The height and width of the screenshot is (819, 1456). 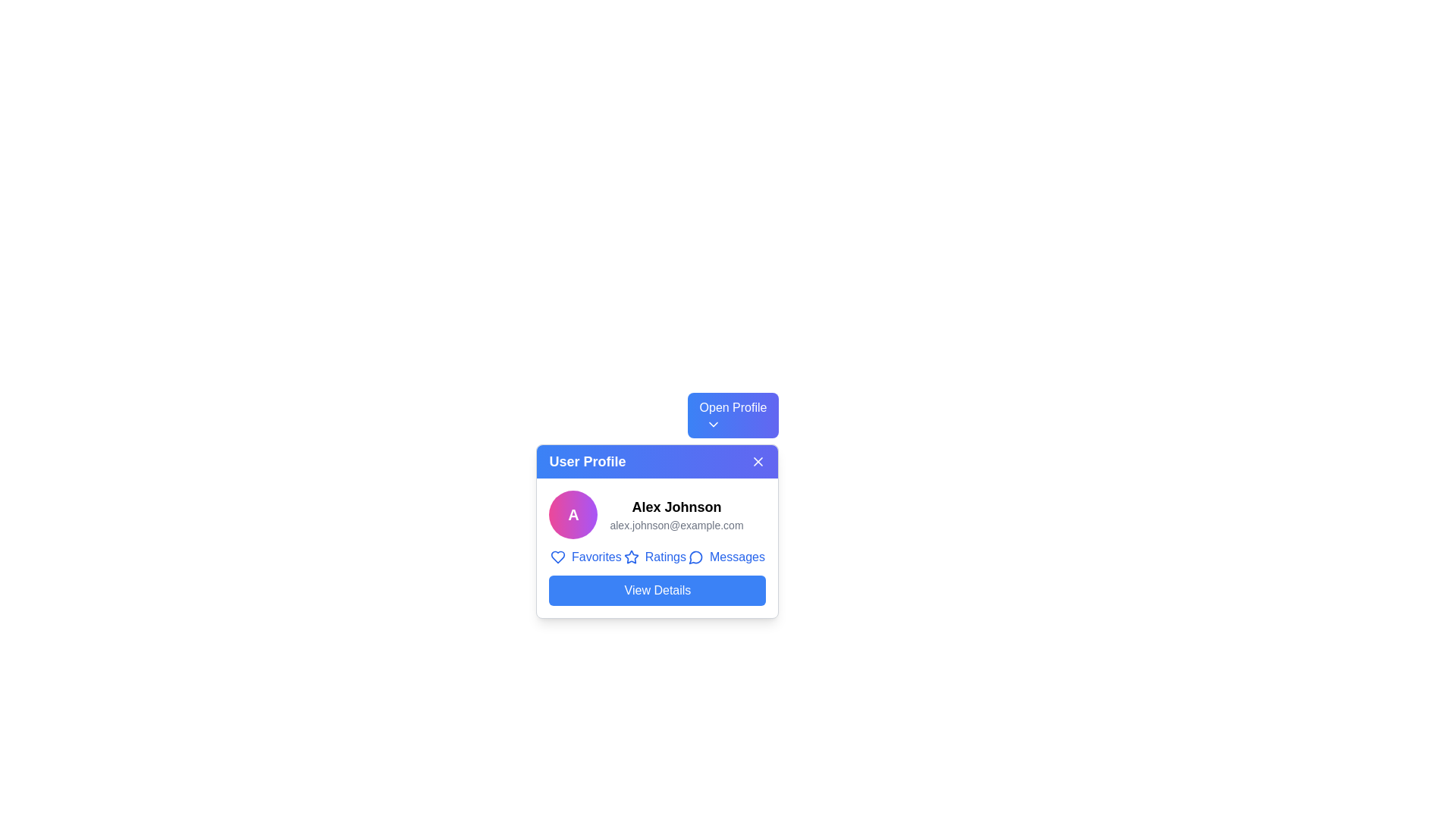 I want to click on the static text displaying the email address 'alex.johnson@example.com', which is styled with a smaller font and grayed-out color, positioned below the name 'Alex Johnson' in the user profile card, so click(x=676, y=525).